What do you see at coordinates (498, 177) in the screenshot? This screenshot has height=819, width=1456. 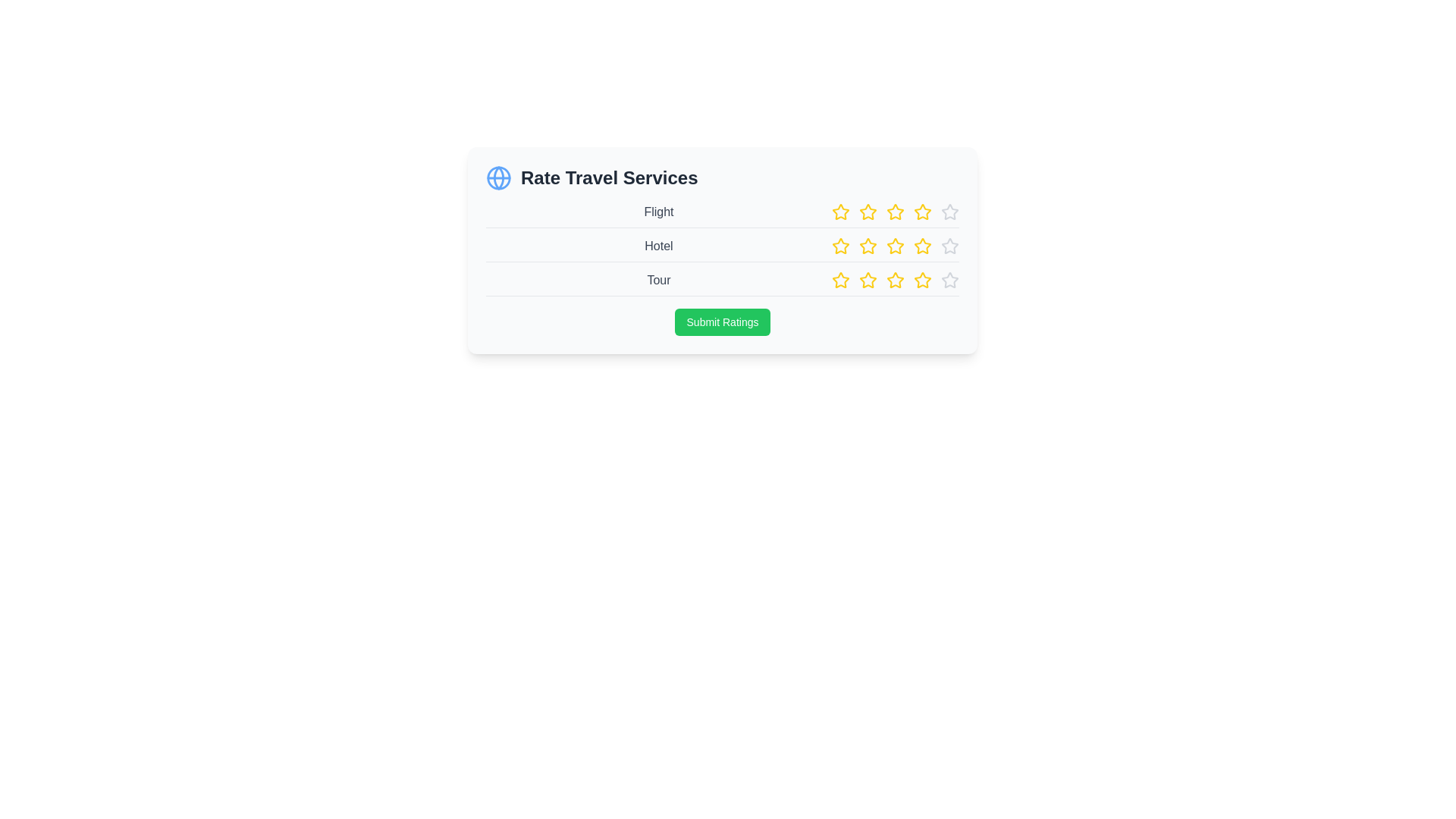 I see `the middle curved line of the globe icon, which is positioned to the left of the 'Rate Travel Services' heading` at bounding box center [498, 177].